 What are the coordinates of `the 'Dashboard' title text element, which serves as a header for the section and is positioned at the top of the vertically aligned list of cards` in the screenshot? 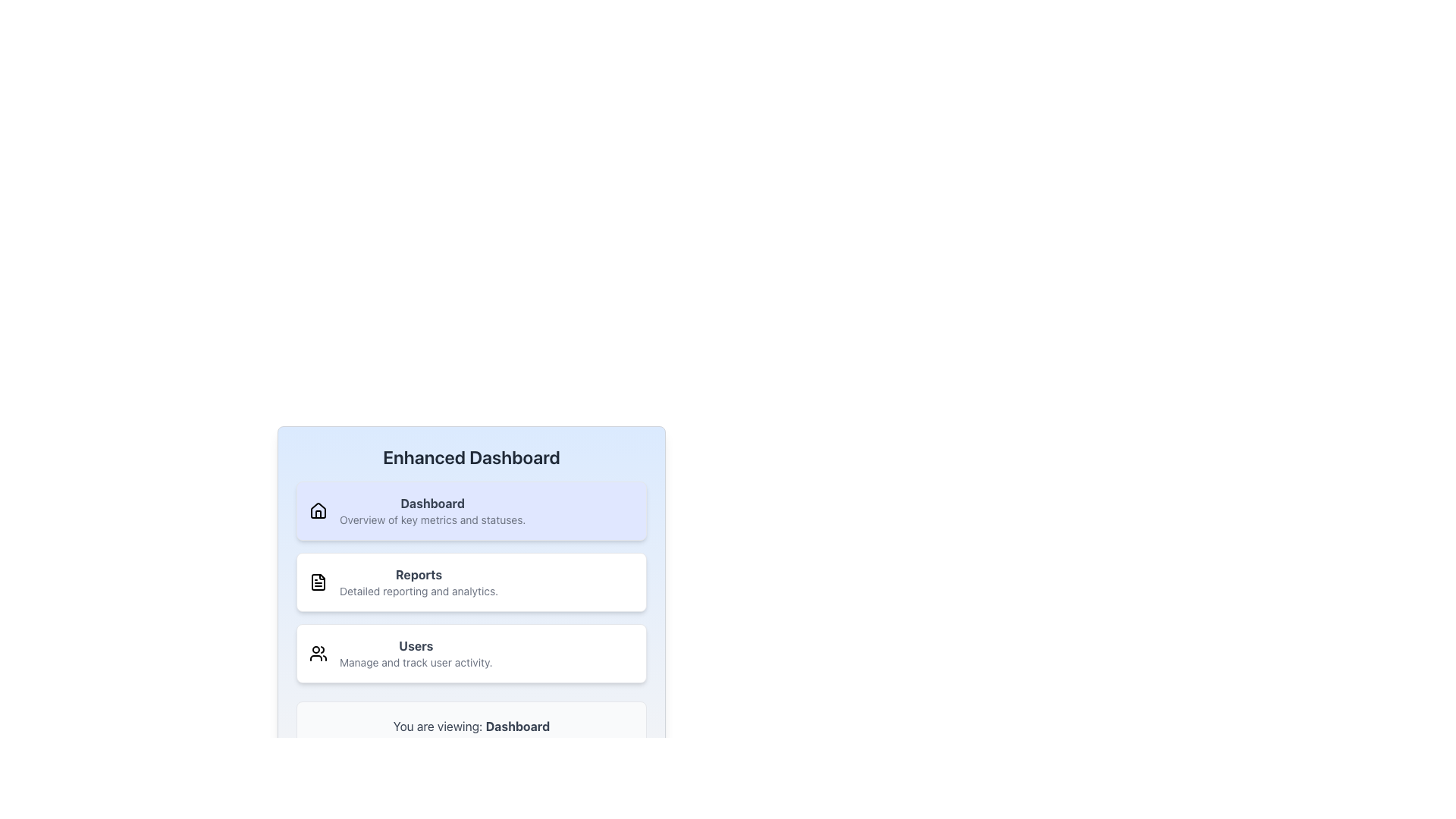 It's located at (431, 503).